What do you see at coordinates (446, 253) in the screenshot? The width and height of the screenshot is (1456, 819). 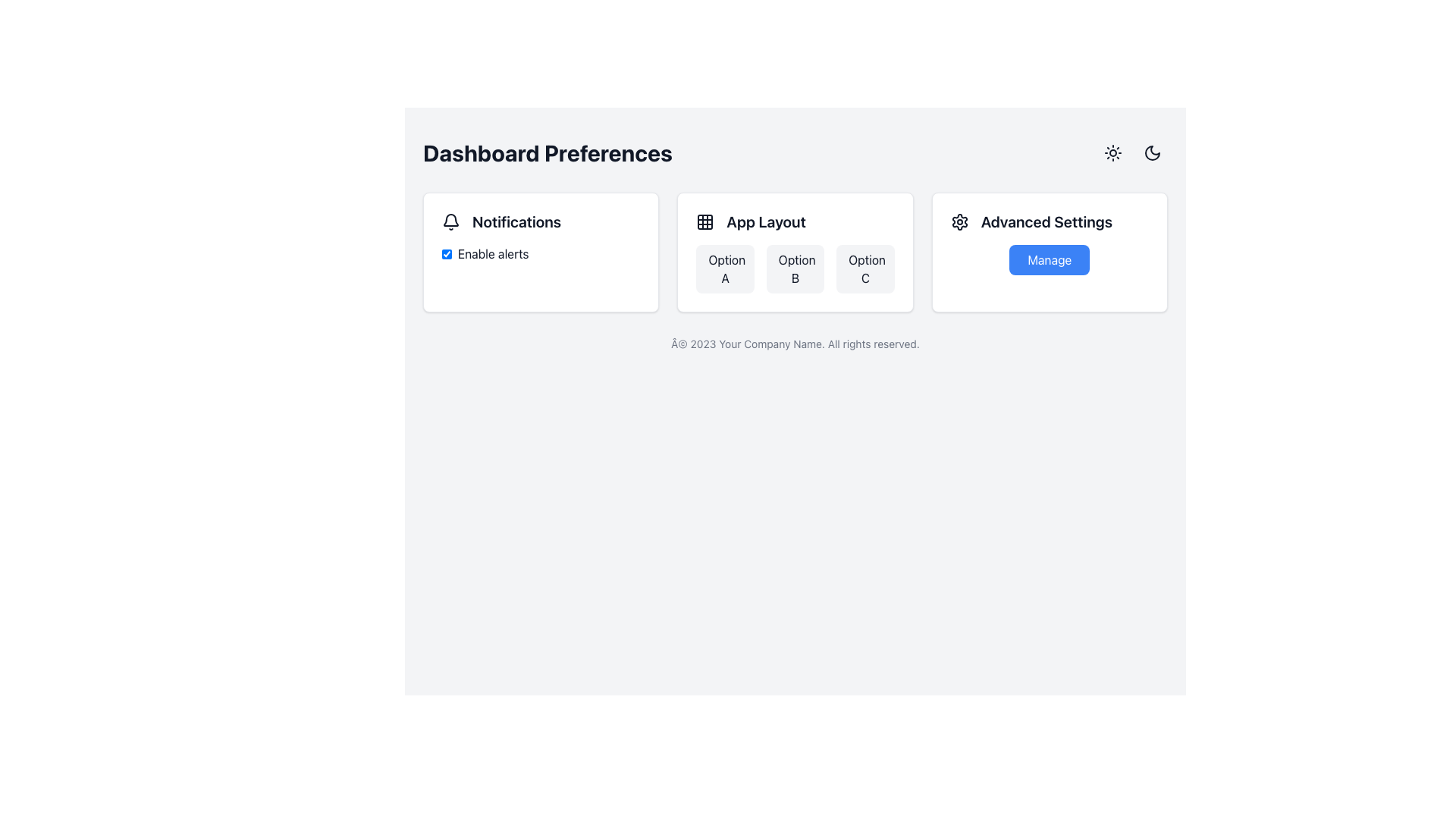 I see `the checkbox labeled 'Enable alerts' within the 'Notifications' card` at bounding box center [446, 253].